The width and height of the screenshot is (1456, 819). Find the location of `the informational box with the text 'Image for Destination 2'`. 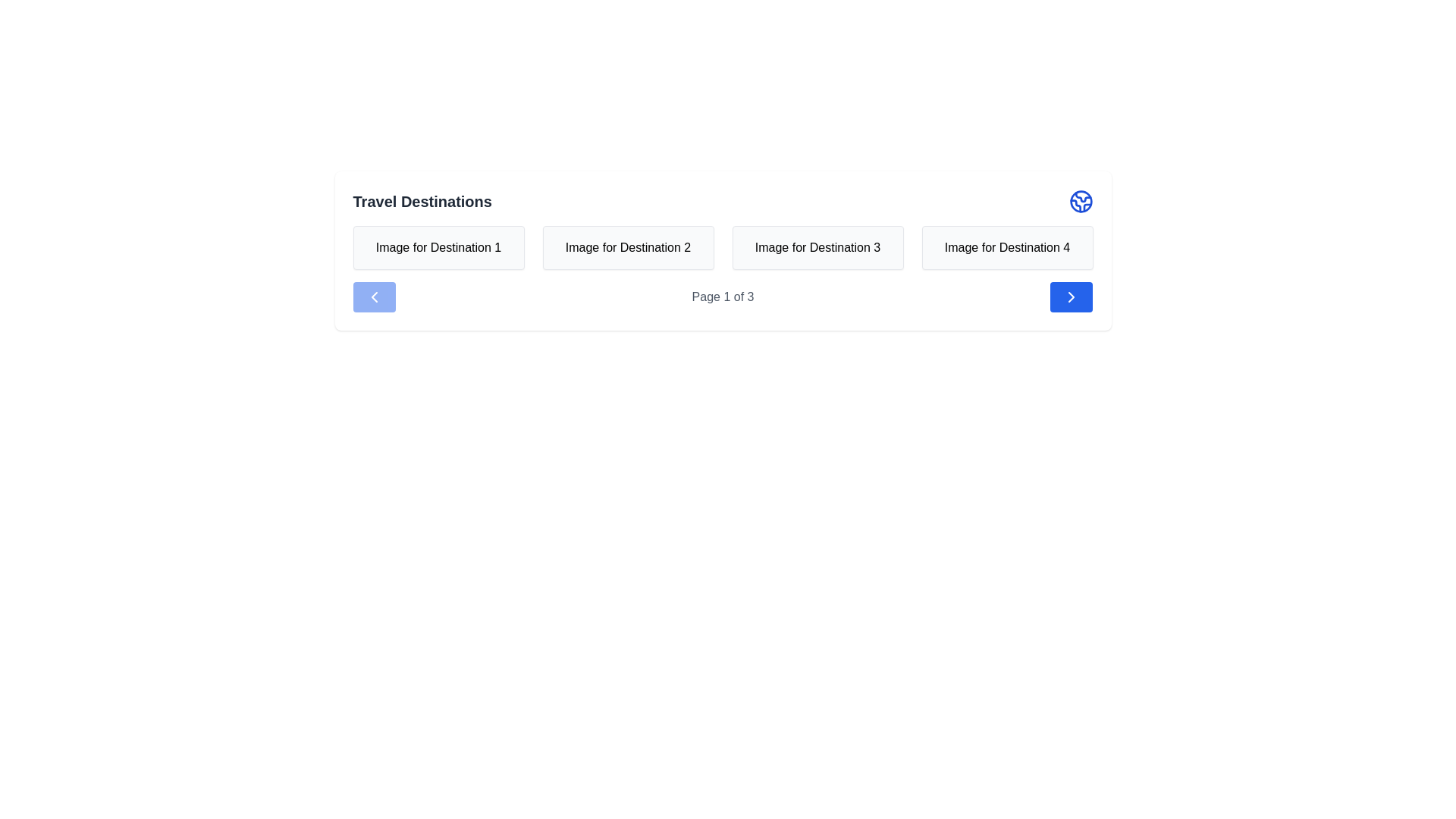

the informational box with the text 'Image for Destination 2' is located at coordinates (628, 247).